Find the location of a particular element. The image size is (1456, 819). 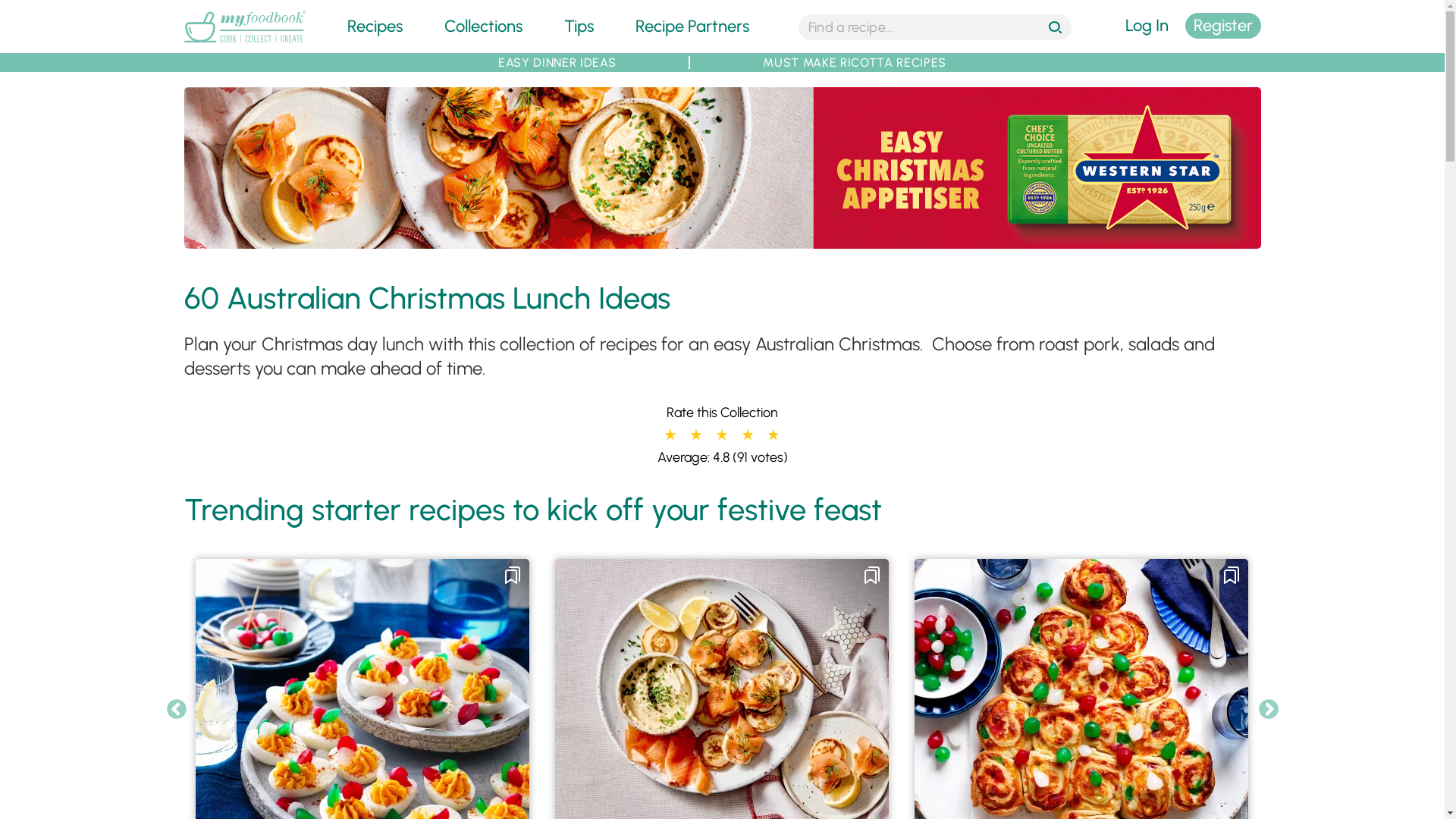

'Give it 1/5' is located at coordinates (664, 435).